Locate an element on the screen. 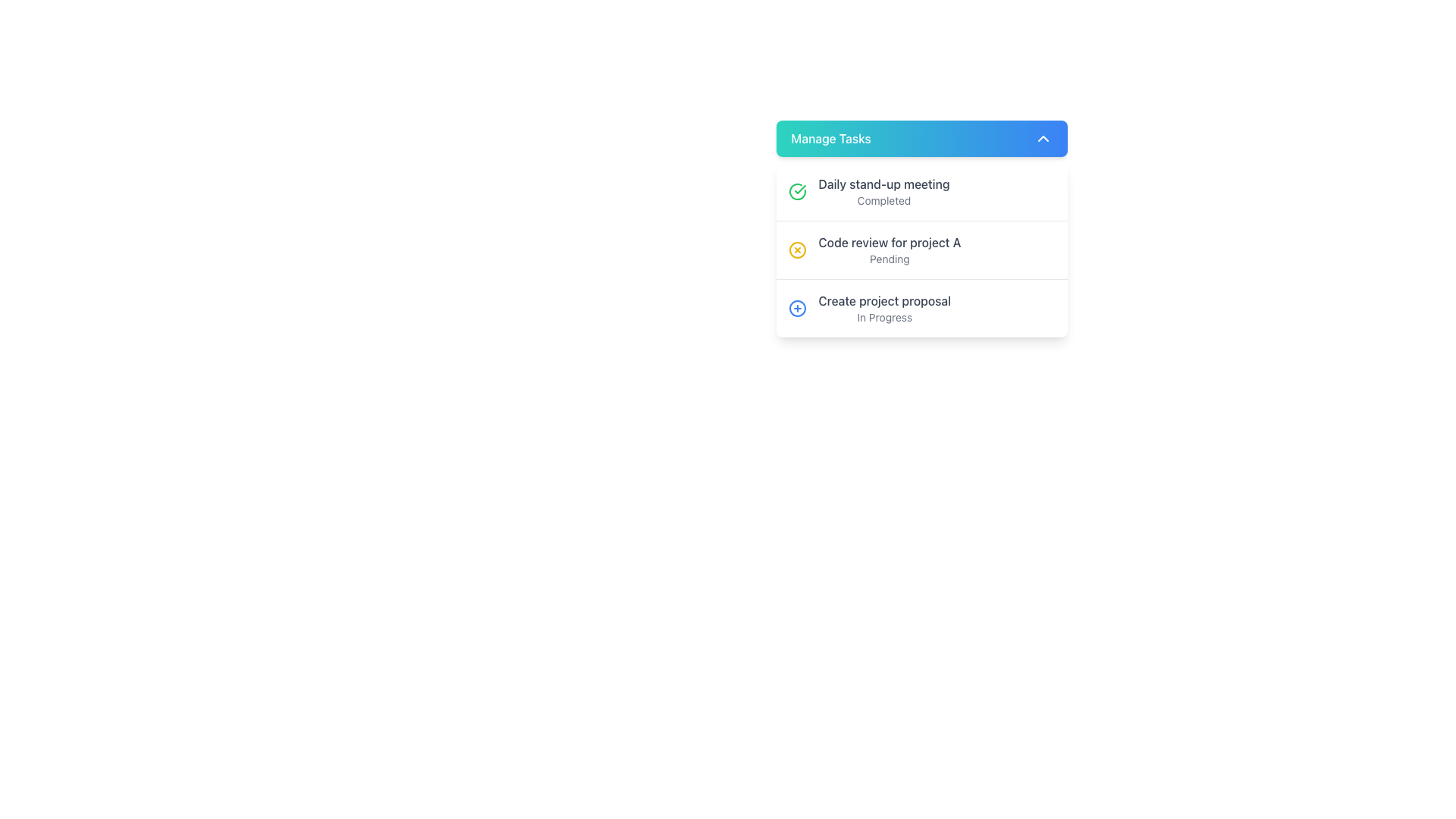  status text label indicating the completion status of the 'Daily stand-up meeting' task, which is located beneath the title in the first task card under the 'Manage Tasks' heading is located at coordinates (884, 200).